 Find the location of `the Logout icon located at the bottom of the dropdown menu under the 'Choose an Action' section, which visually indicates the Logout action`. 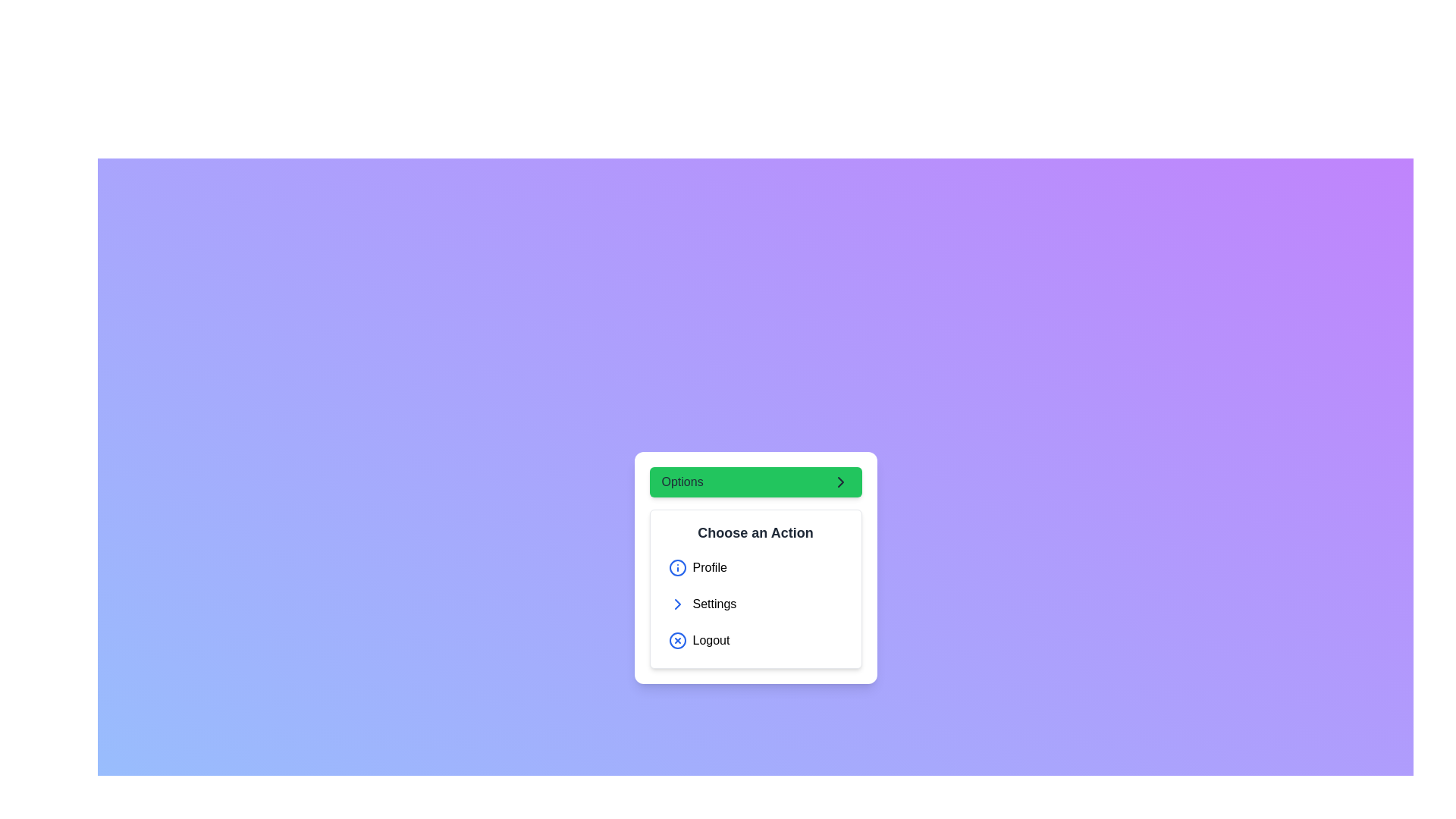

the Logout icon located at the bottom of the dropdown menu under the 'Choose an Action' section, which visually indicates the Logout action is located at coordinates (676, 640).